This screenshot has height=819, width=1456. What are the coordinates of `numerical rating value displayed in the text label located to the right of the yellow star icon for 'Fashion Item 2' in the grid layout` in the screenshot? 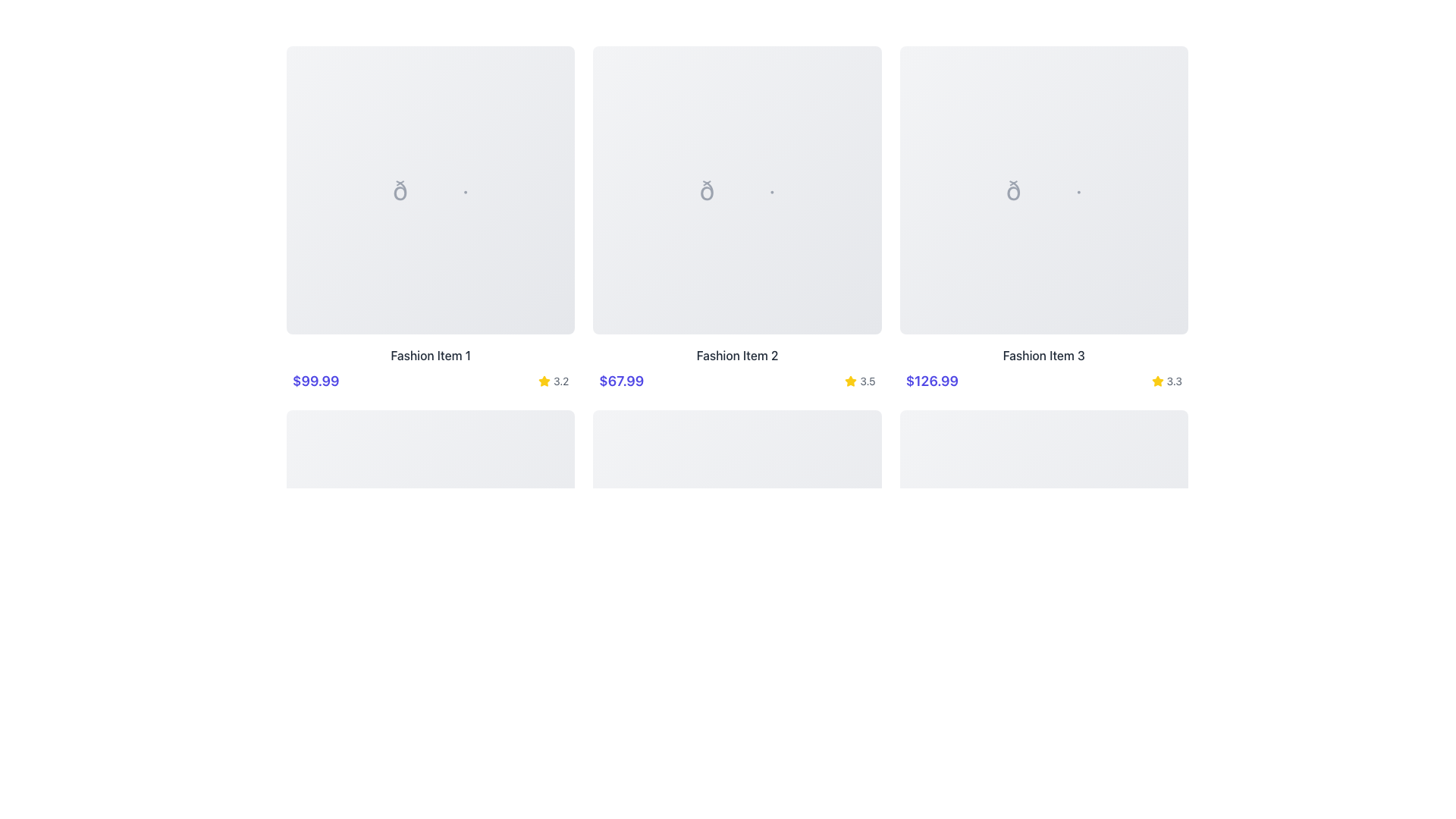 It's located at (868, 381).